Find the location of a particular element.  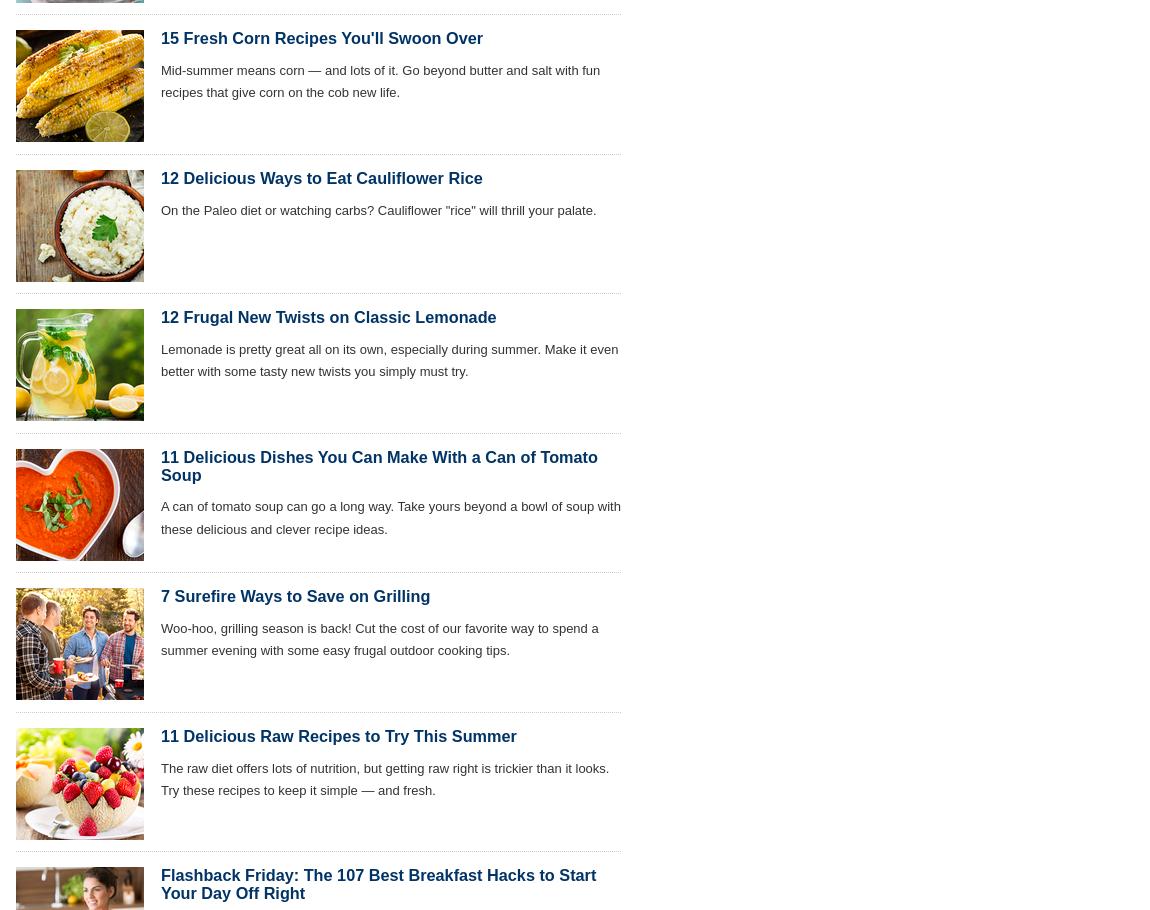

'11 Delicious Raw Recipes to Try This Summer' is located at coordinates (338, 734).